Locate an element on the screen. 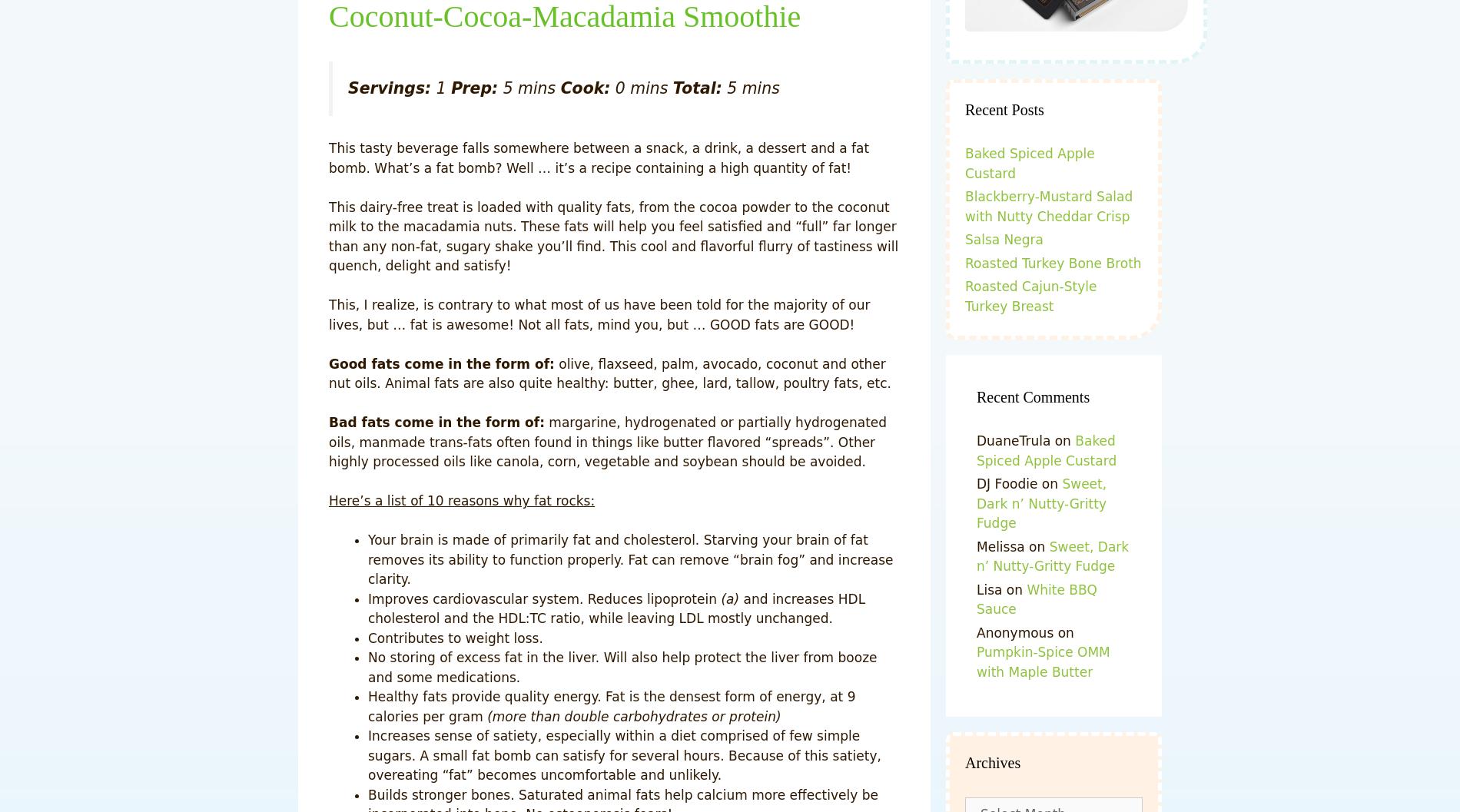 This screenshot has height=812, width=1460. 'Archives' is located at coordinates (992, 762).